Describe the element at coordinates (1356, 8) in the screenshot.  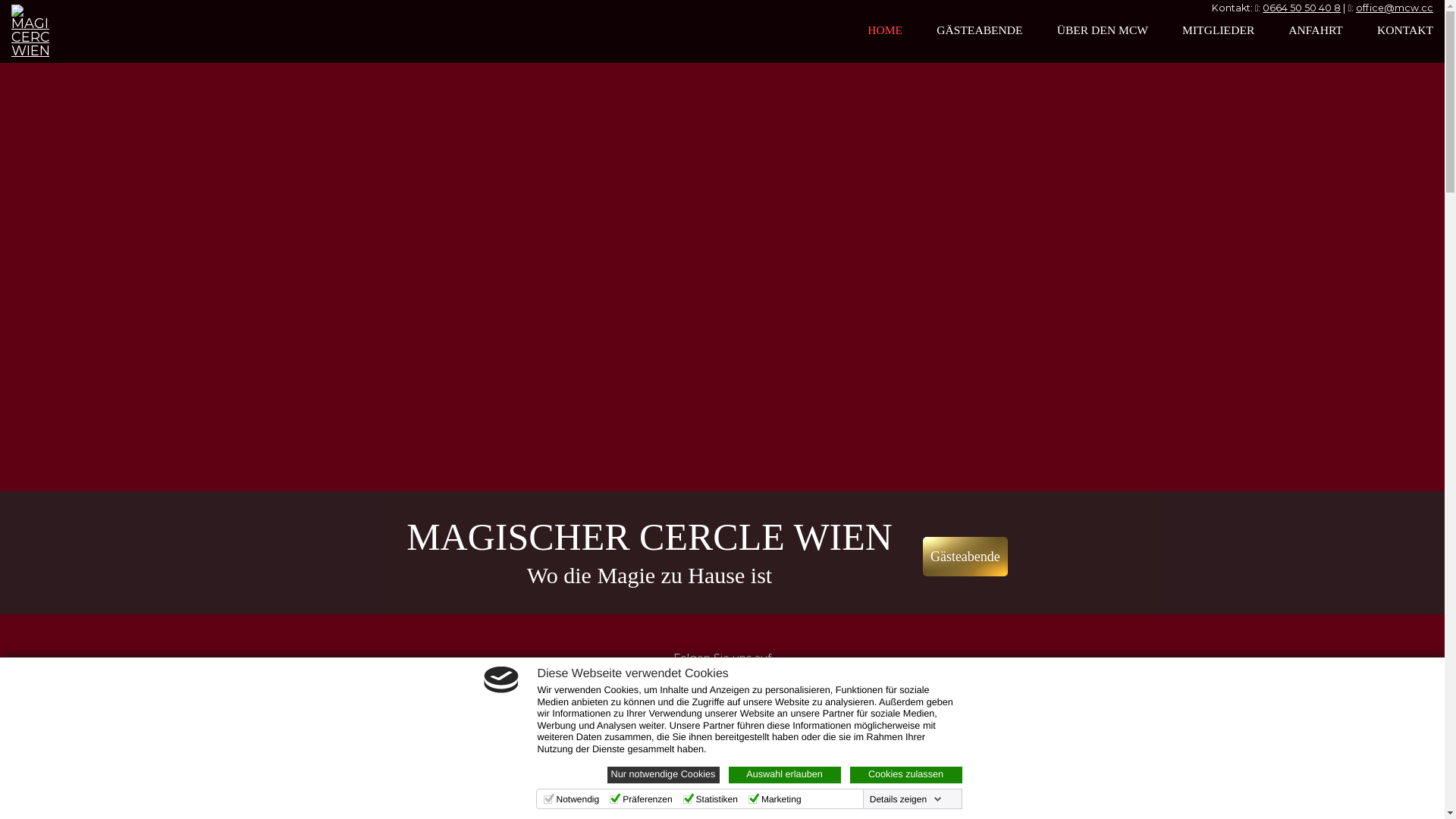
I see `'office@mcw.cc'` at that location.